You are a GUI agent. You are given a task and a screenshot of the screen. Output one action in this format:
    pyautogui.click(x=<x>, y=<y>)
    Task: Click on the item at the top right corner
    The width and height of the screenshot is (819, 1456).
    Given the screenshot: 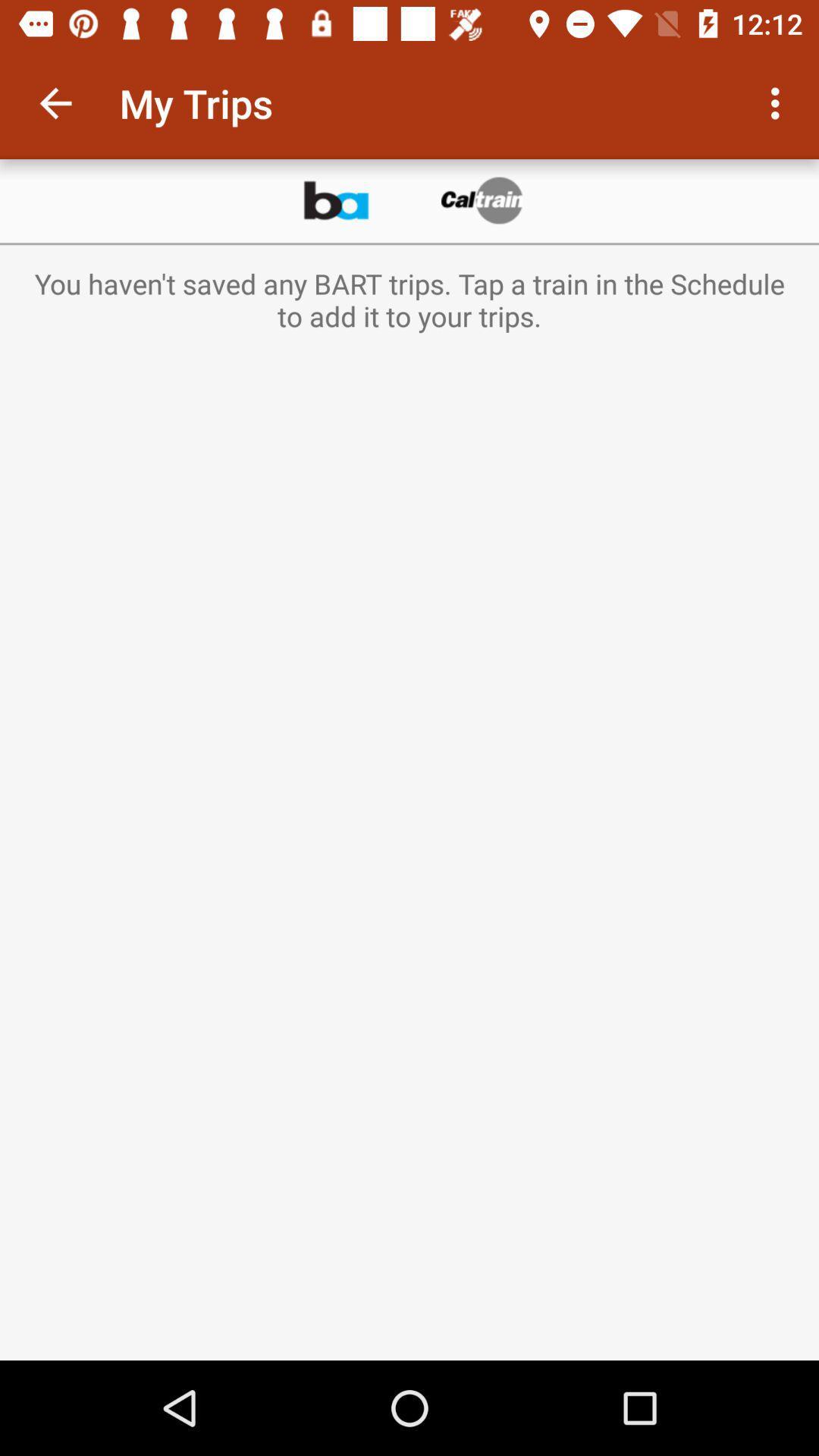 What is the action you would take?
    pyautogui.click(x=779, y=102)
    